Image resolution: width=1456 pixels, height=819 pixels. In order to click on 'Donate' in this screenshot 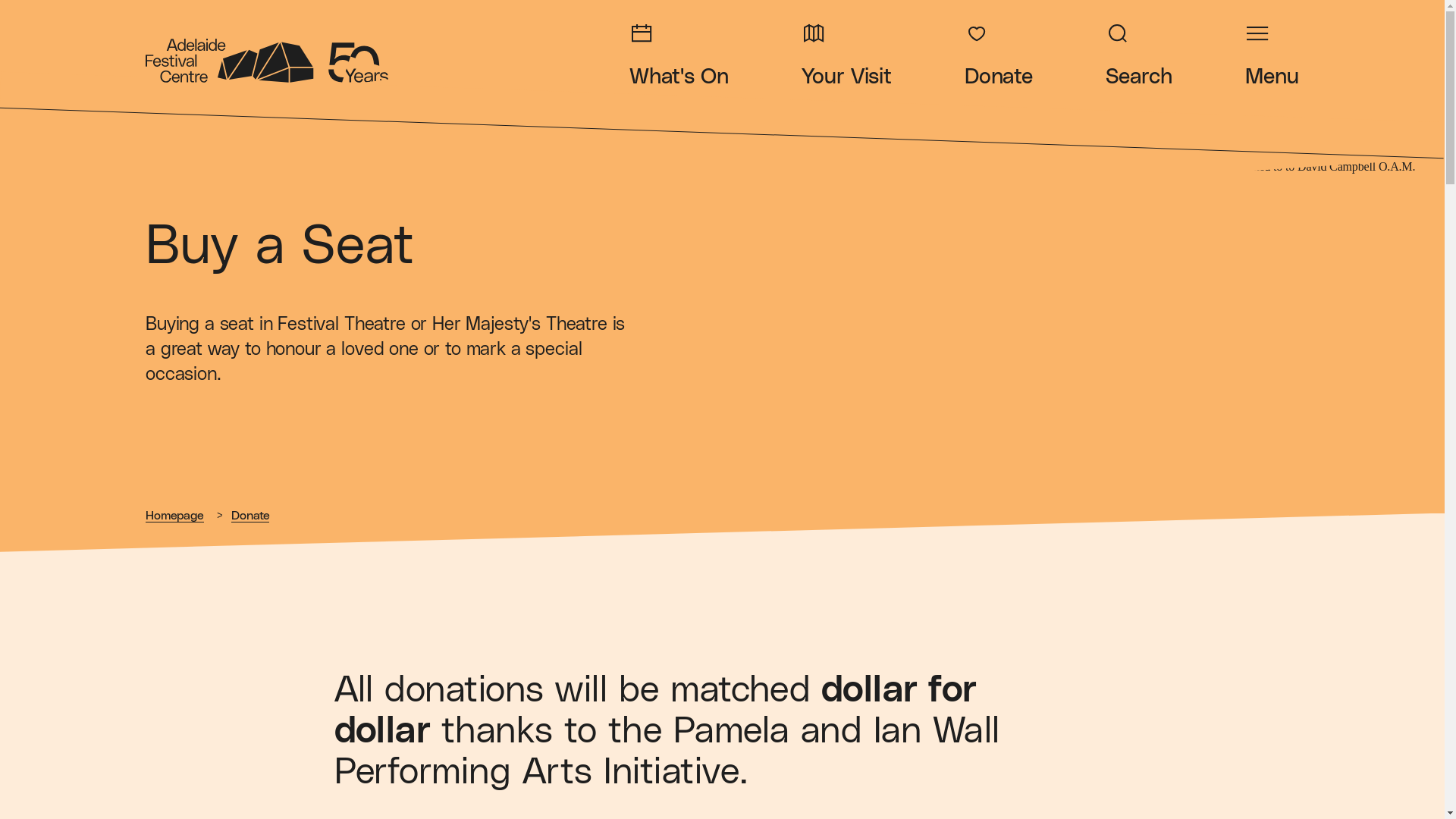, I will do `click(964, 54)`.